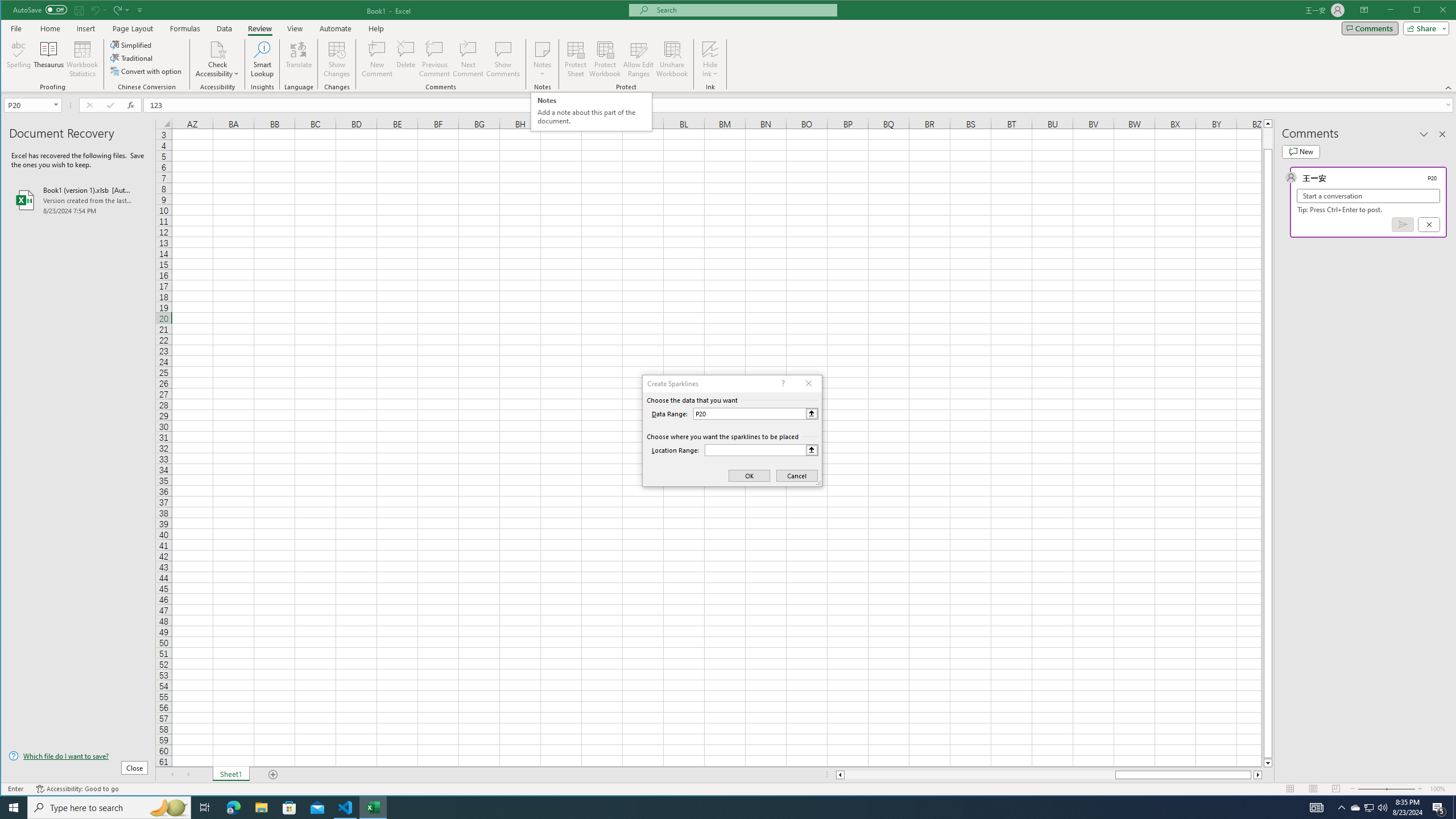 The height and width of the screenshot is (819, 1456). Describe the element at coordinates (1386, 788) in the screenshot. I see `'Zoom'` at that location.